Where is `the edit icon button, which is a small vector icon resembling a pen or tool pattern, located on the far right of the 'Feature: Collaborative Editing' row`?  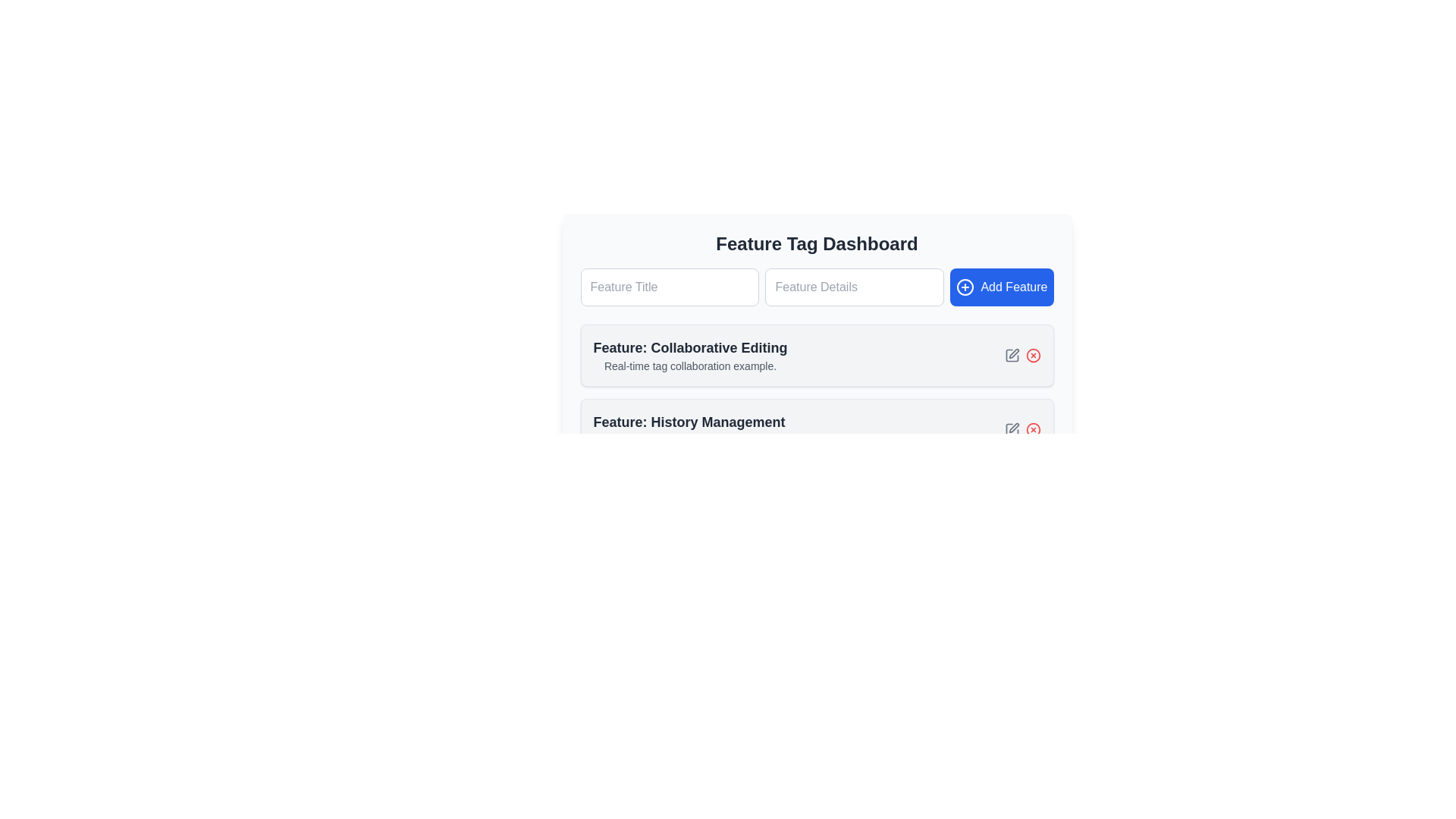
the edit icon button, which is a small vector icon resembling a pen or tool pattern, located on the far right of the 'Feature: Collaborative Editing' row is located at coordinates (1014, 353).